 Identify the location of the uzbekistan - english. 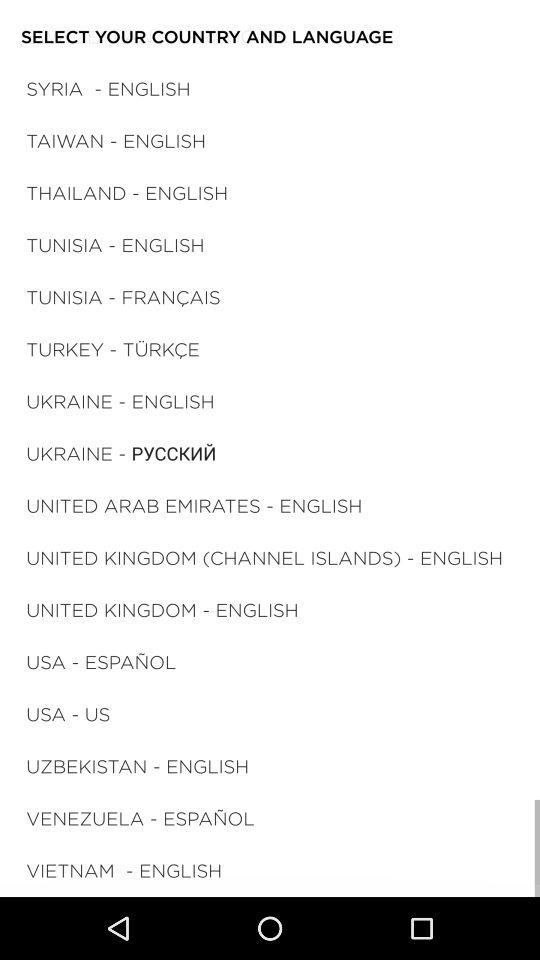
(136, 765).